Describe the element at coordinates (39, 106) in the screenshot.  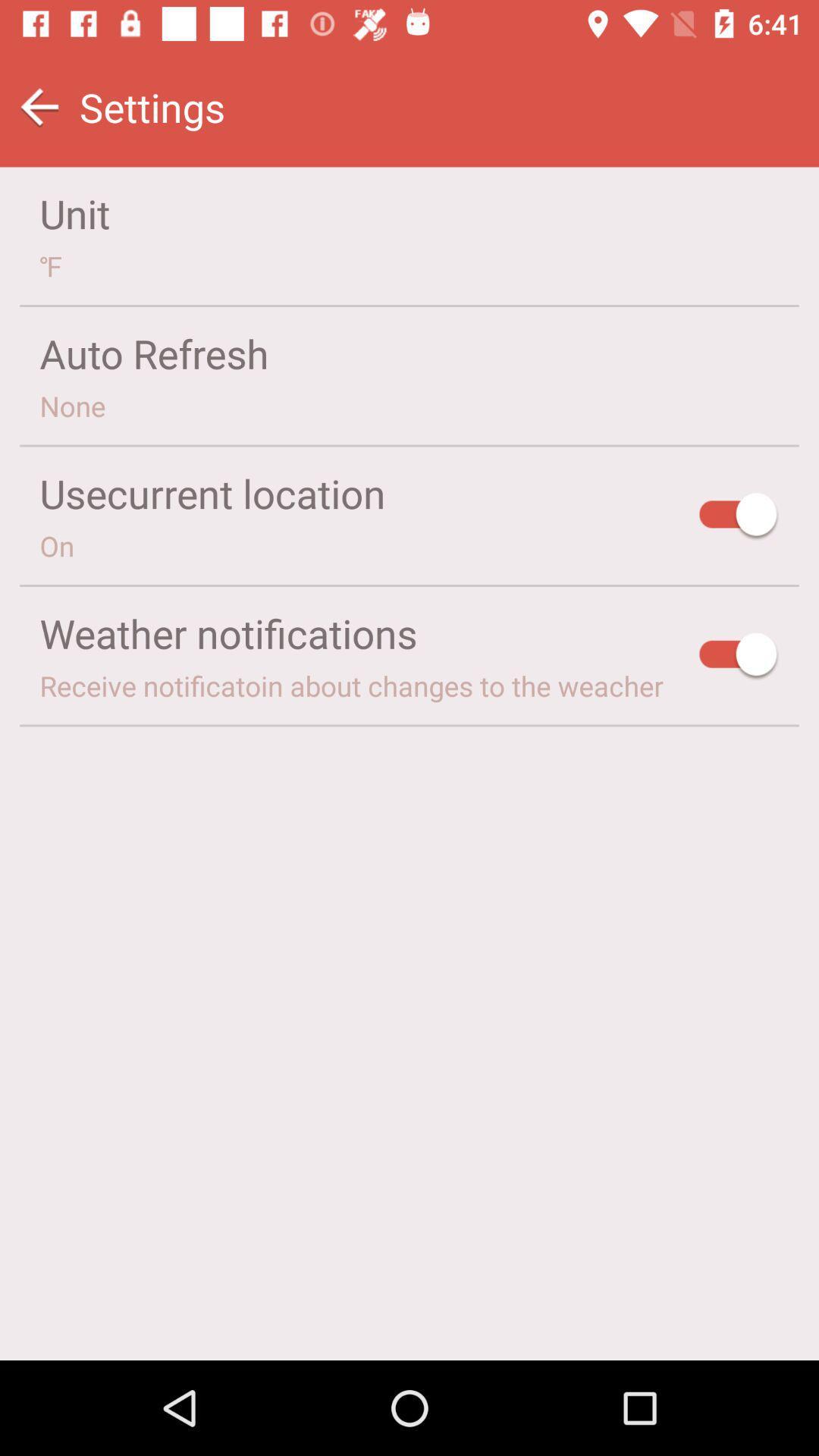
I see `the arrow_backward icon` at that location.